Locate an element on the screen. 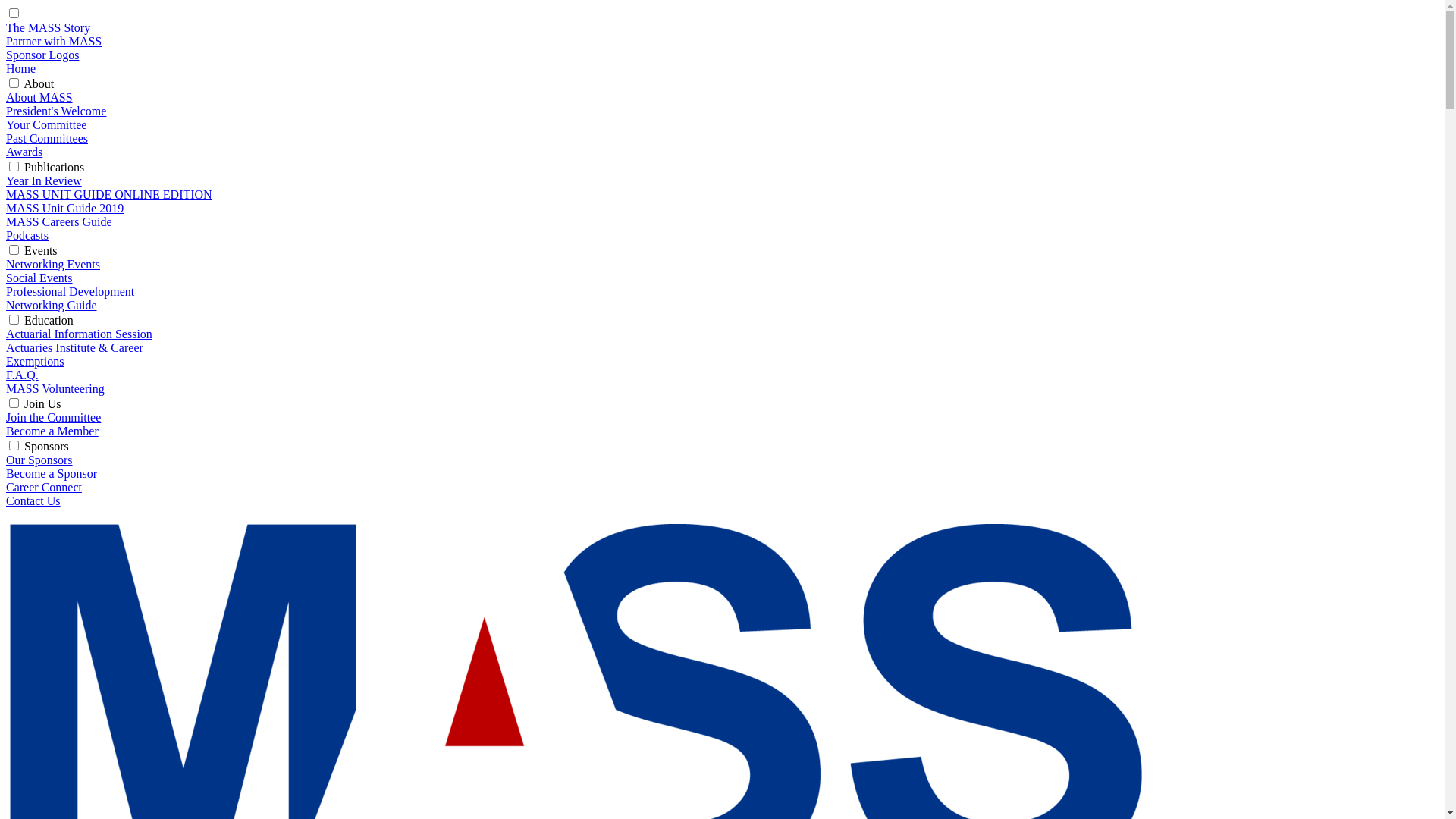 The height and width of the screenshot is (819, 1456). 'Publications' is located at coordinates (54, 167).